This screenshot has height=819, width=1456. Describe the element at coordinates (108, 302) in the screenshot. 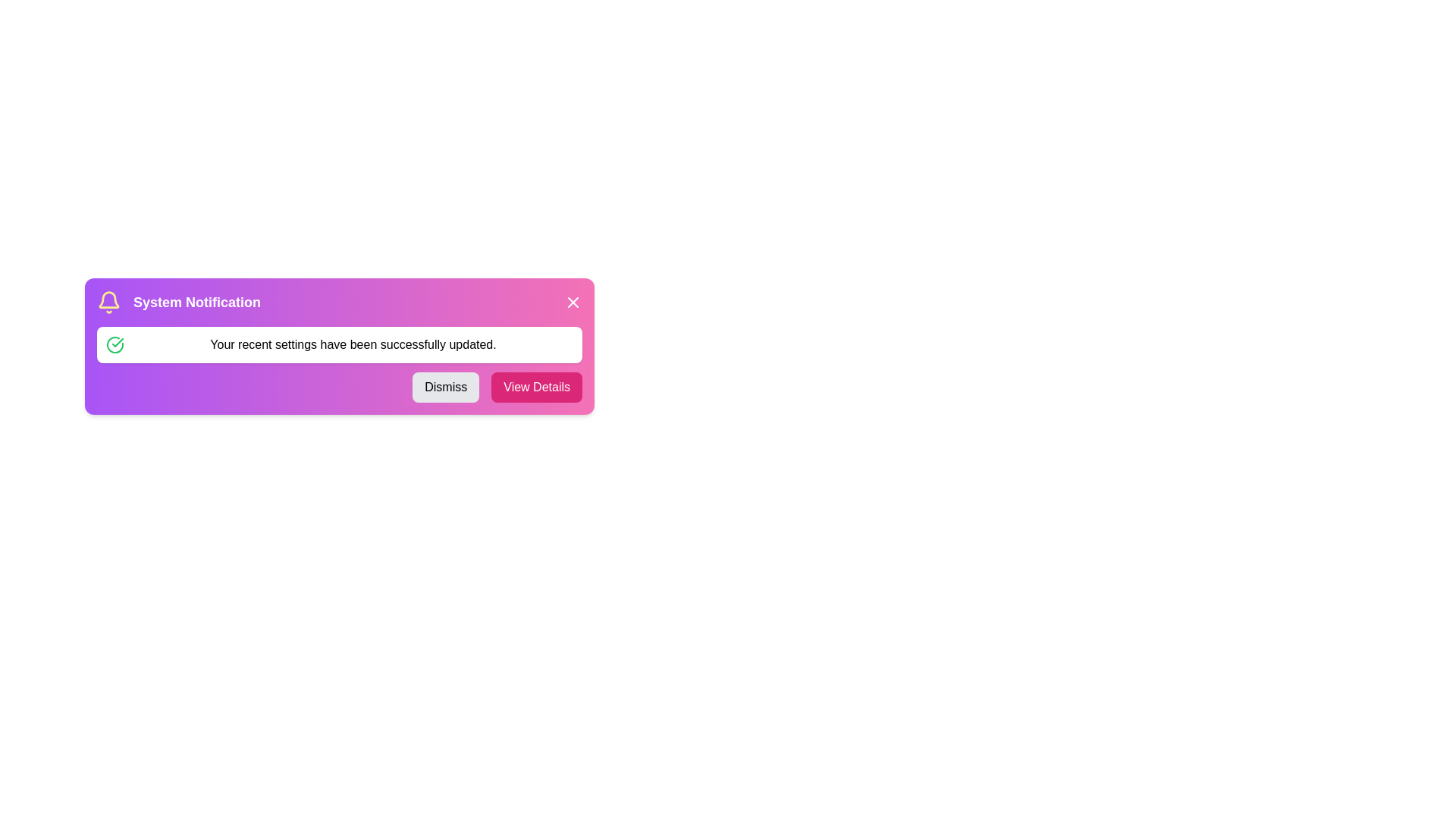

I see `the bell icon in the notification header` at that location.